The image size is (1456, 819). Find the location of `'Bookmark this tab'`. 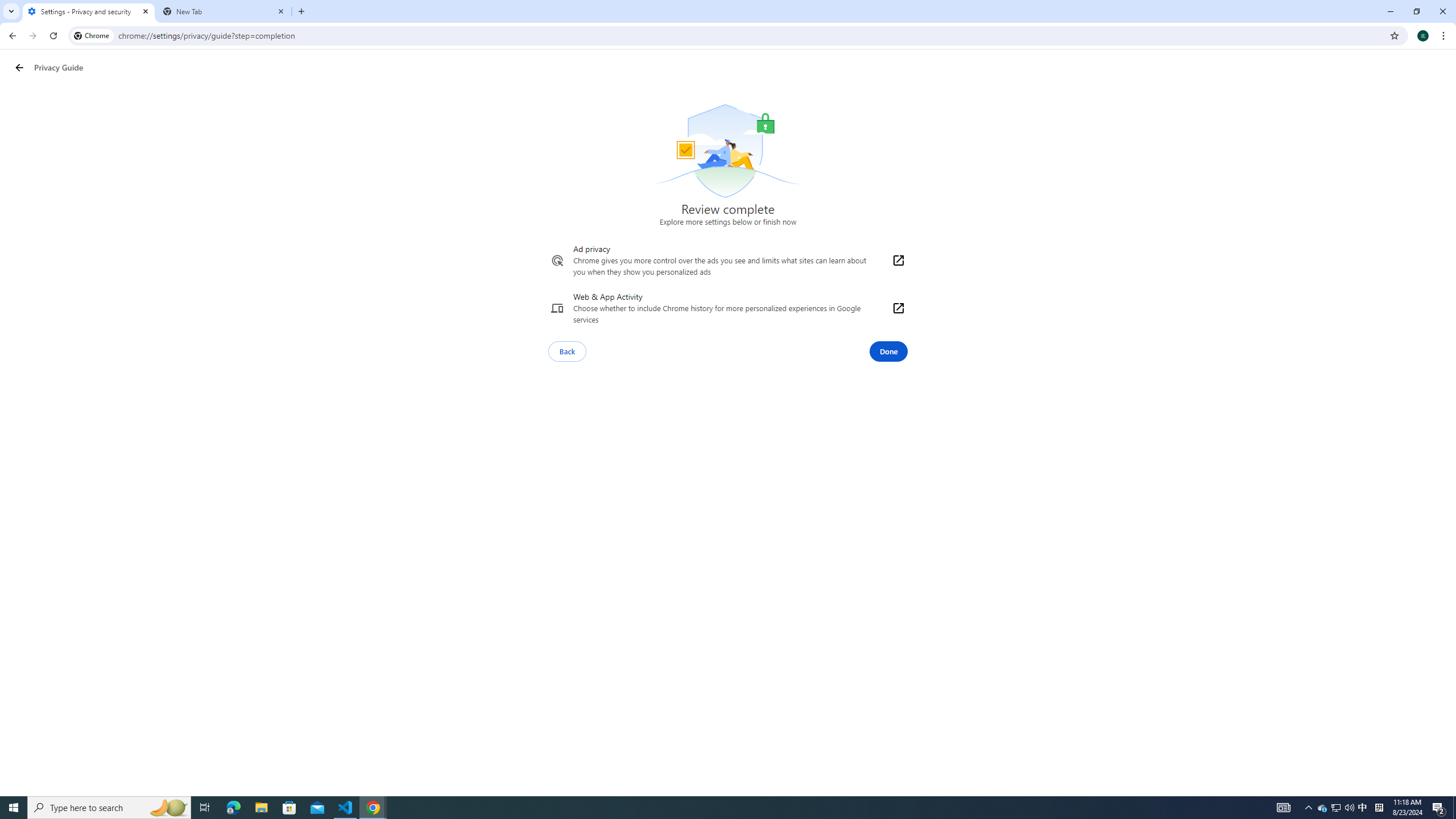

'Bookmark this tab' is located at coordinates (1393, 35).